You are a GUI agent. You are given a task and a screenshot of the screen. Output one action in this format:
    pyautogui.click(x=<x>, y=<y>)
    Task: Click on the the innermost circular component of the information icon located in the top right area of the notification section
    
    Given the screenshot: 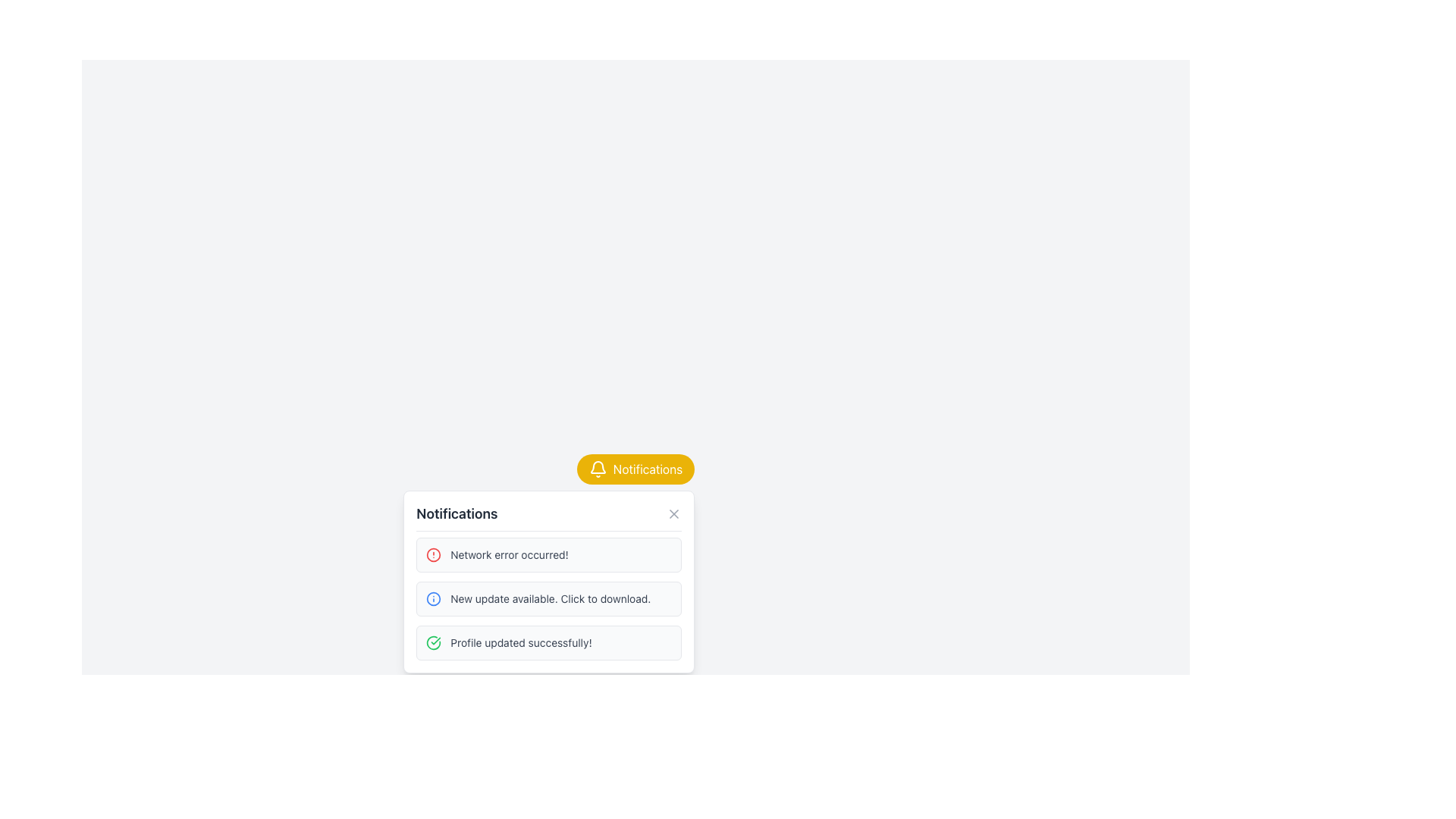 What is the action you would take?
    pyautogui.click(x=433, y=598)
    